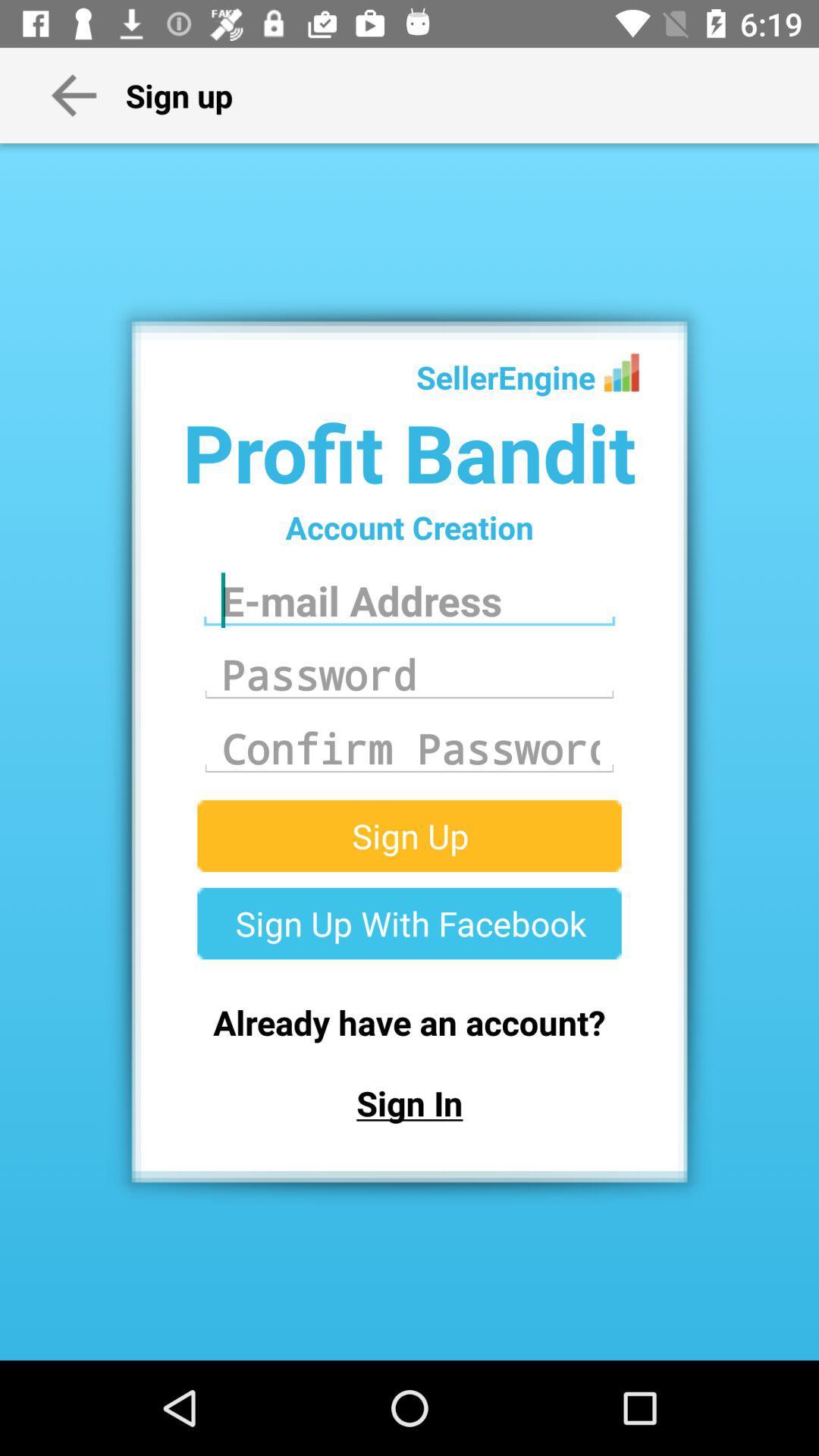  I want to click on password, so click(409, 748).